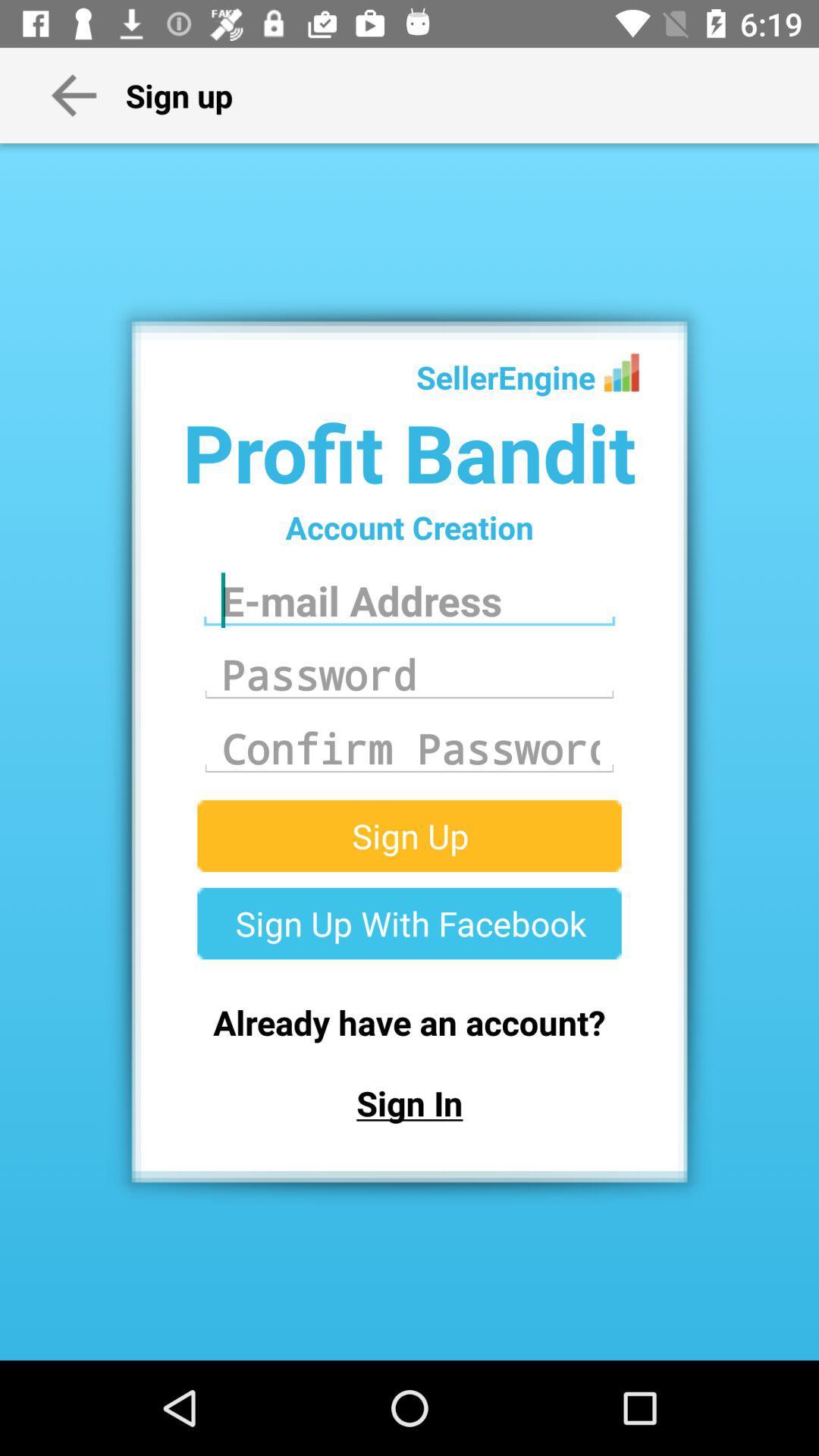  I want to click on password, so click(409, 748).